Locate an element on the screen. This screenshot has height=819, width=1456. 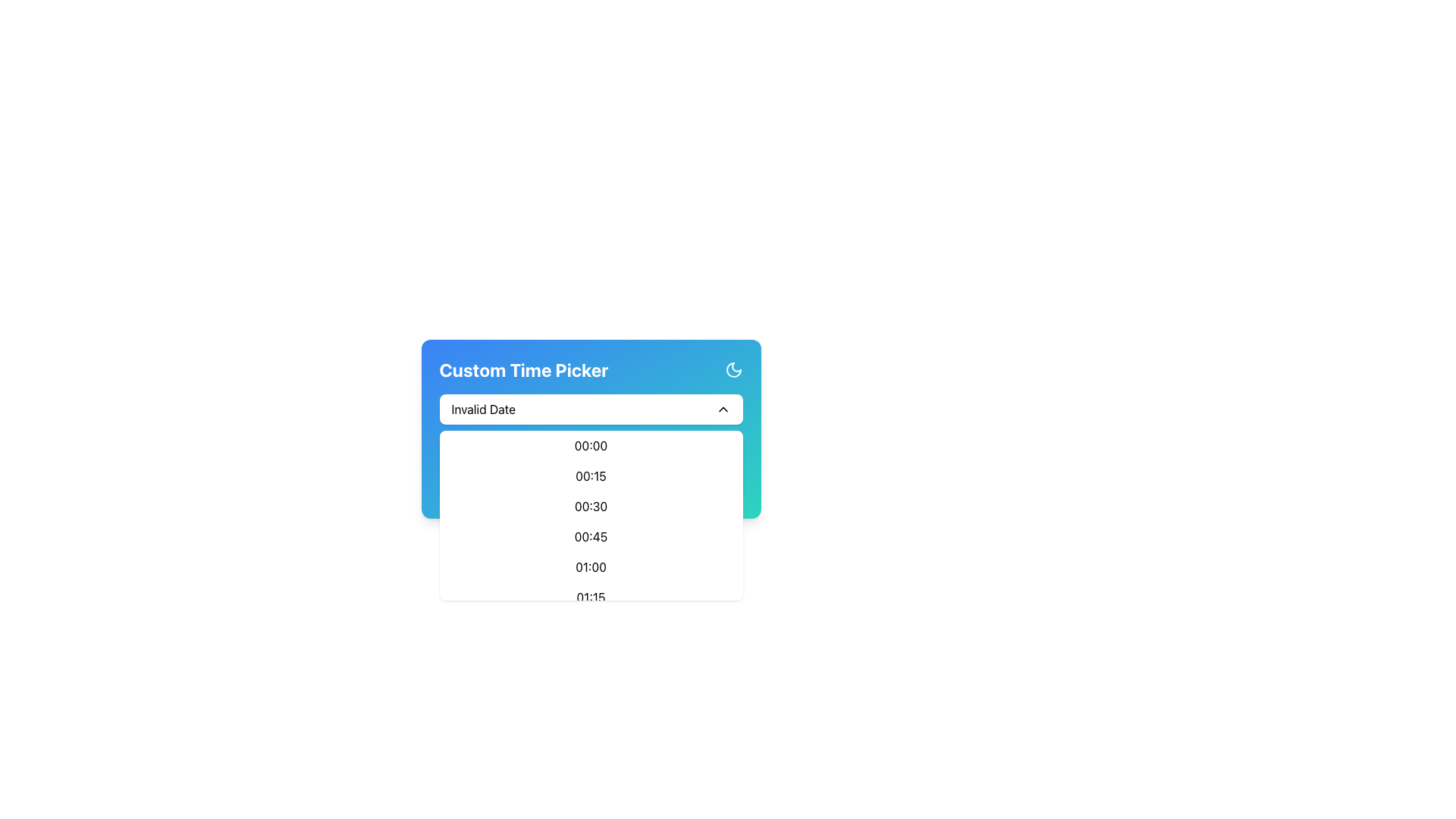
to select the time option '01:00' from the dropdown list in the time picker menu, which is the fifth item located centrally beneath '00:45' and above '01:15' is located at coordinates (590, 567).